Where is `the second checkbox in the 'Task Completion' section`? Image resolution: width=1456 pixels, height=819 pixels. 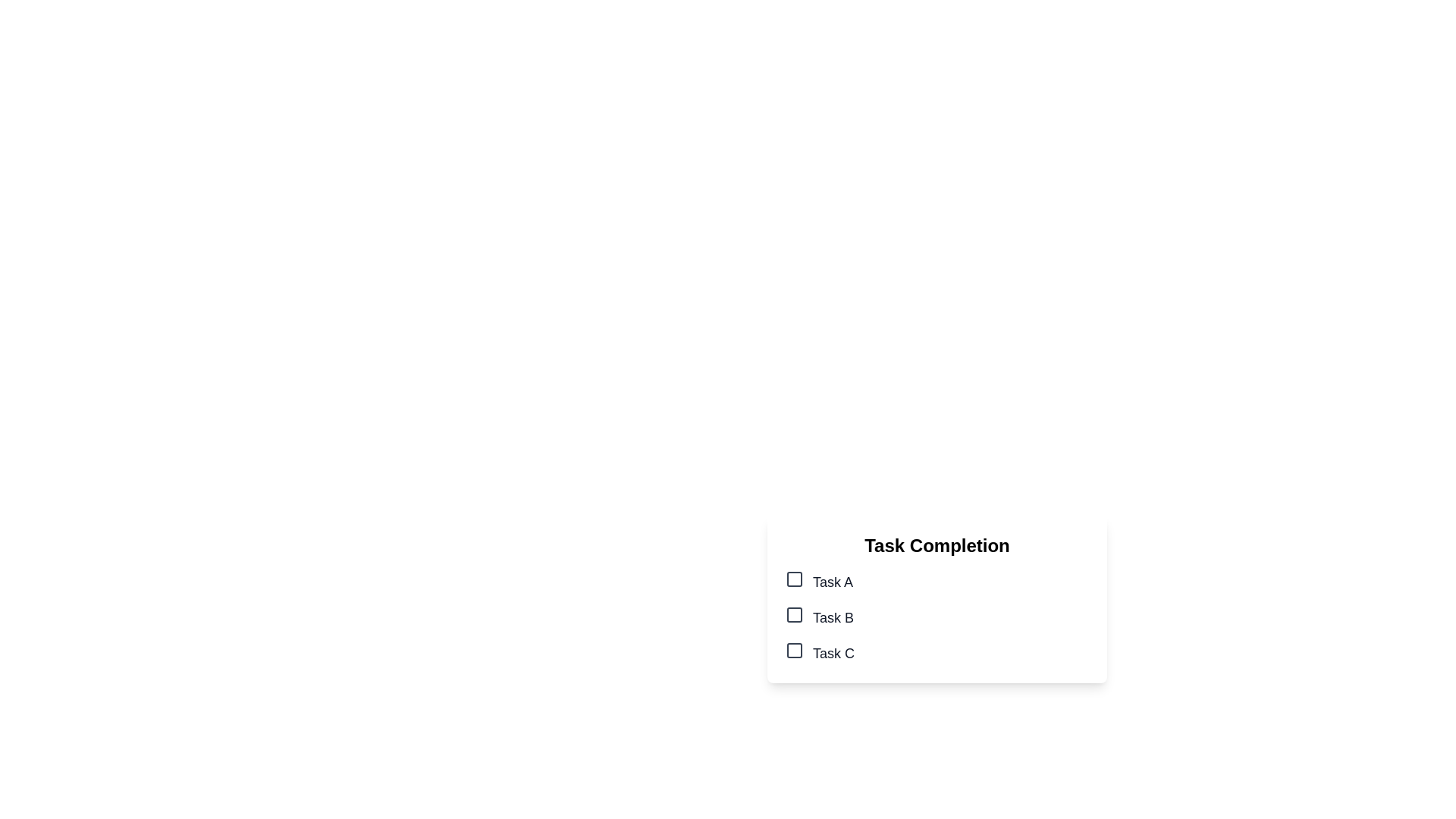 the second checkbox in the 'Task Completion' section is located at coordinates (793, 614).